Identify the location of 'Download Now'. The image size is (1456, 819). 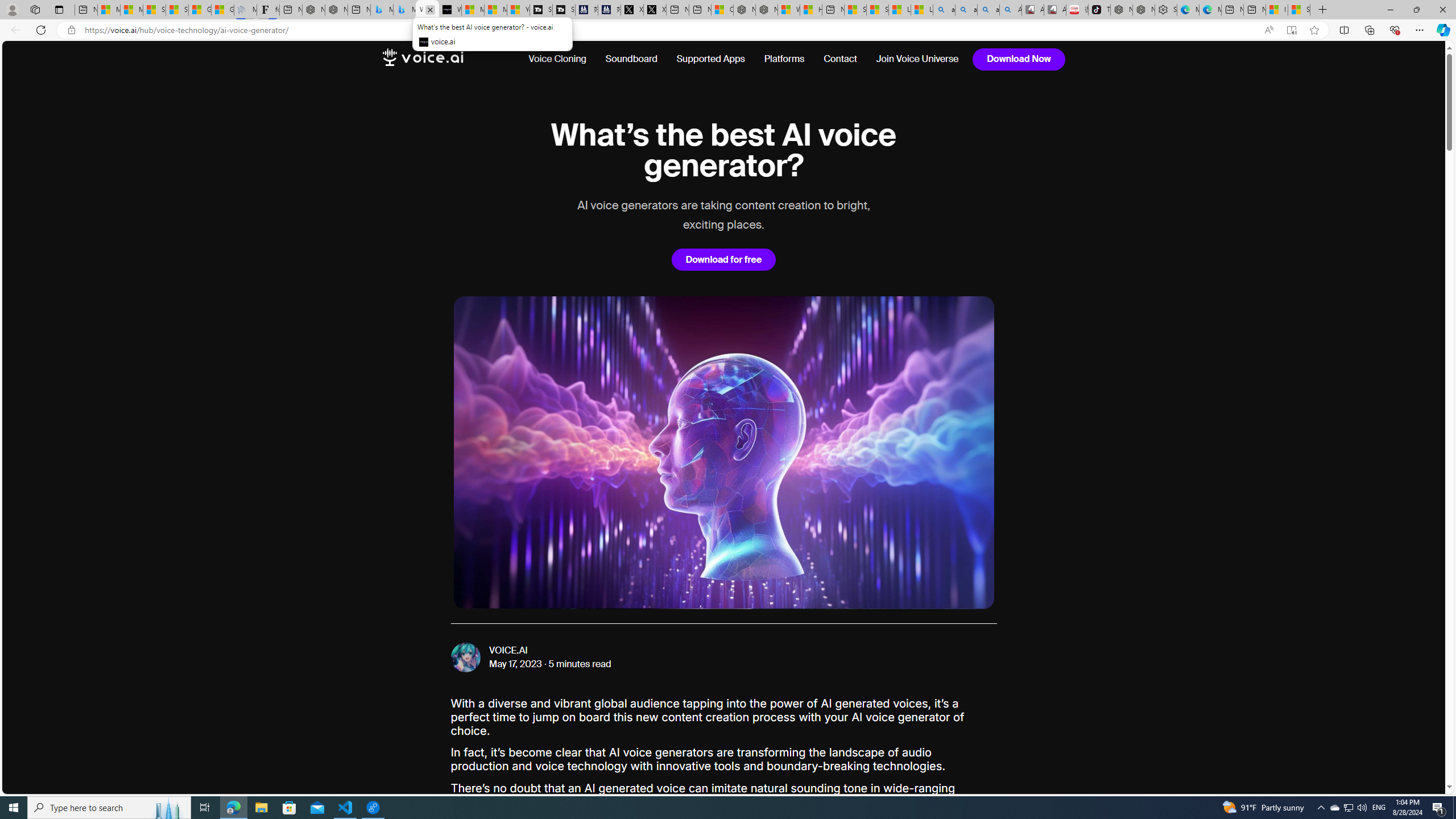
(1019, 59).